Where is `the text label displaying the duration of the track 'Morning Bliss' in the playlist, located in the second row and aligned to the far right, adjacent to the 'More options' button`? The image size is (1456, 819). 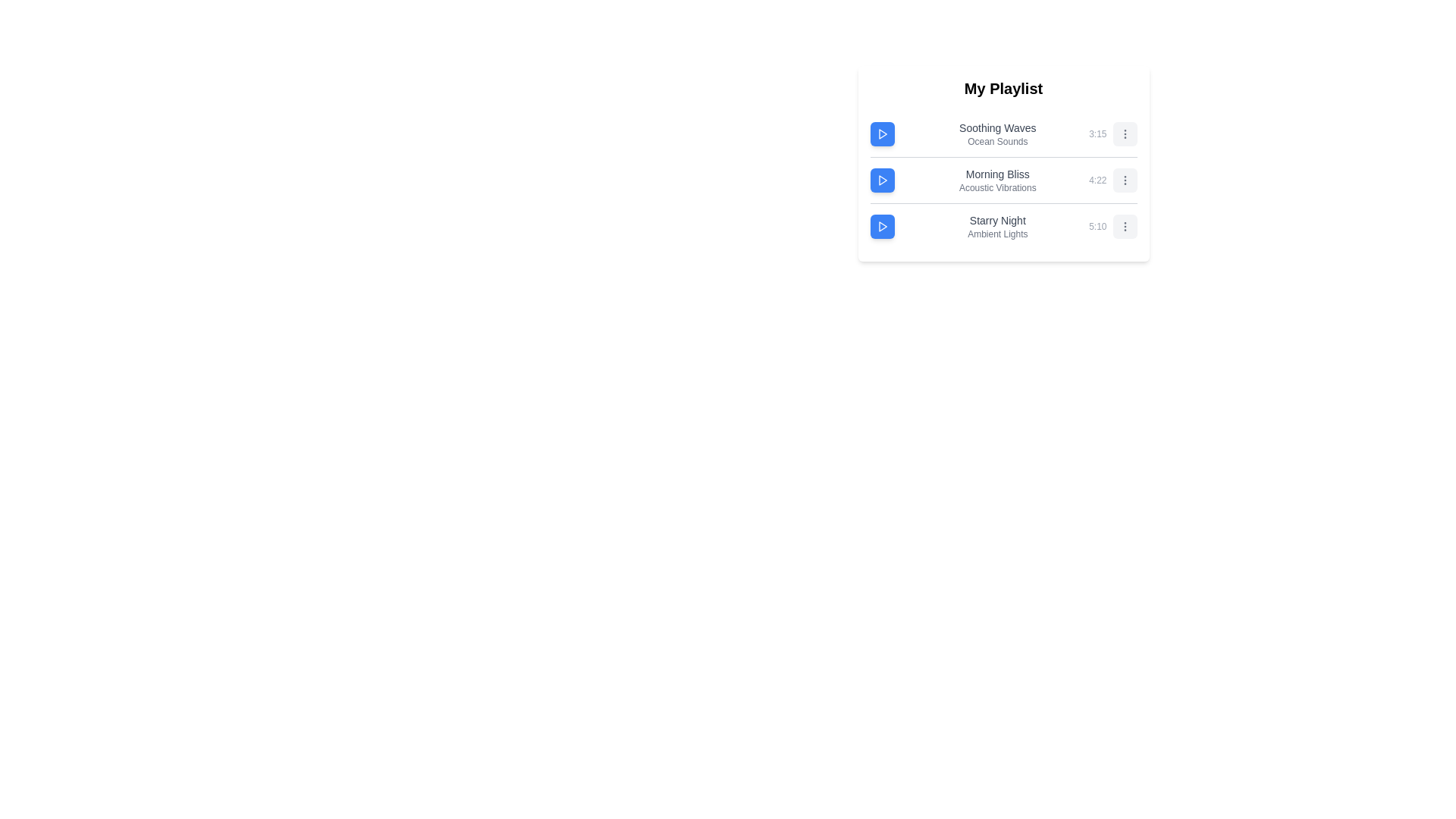
the text label displaying the duration of the track 'Morning Bliss' in the playlist, located in the second row and aligned to the far right, adjacent to the 'More options' button is located at coordinates (1097, 180).